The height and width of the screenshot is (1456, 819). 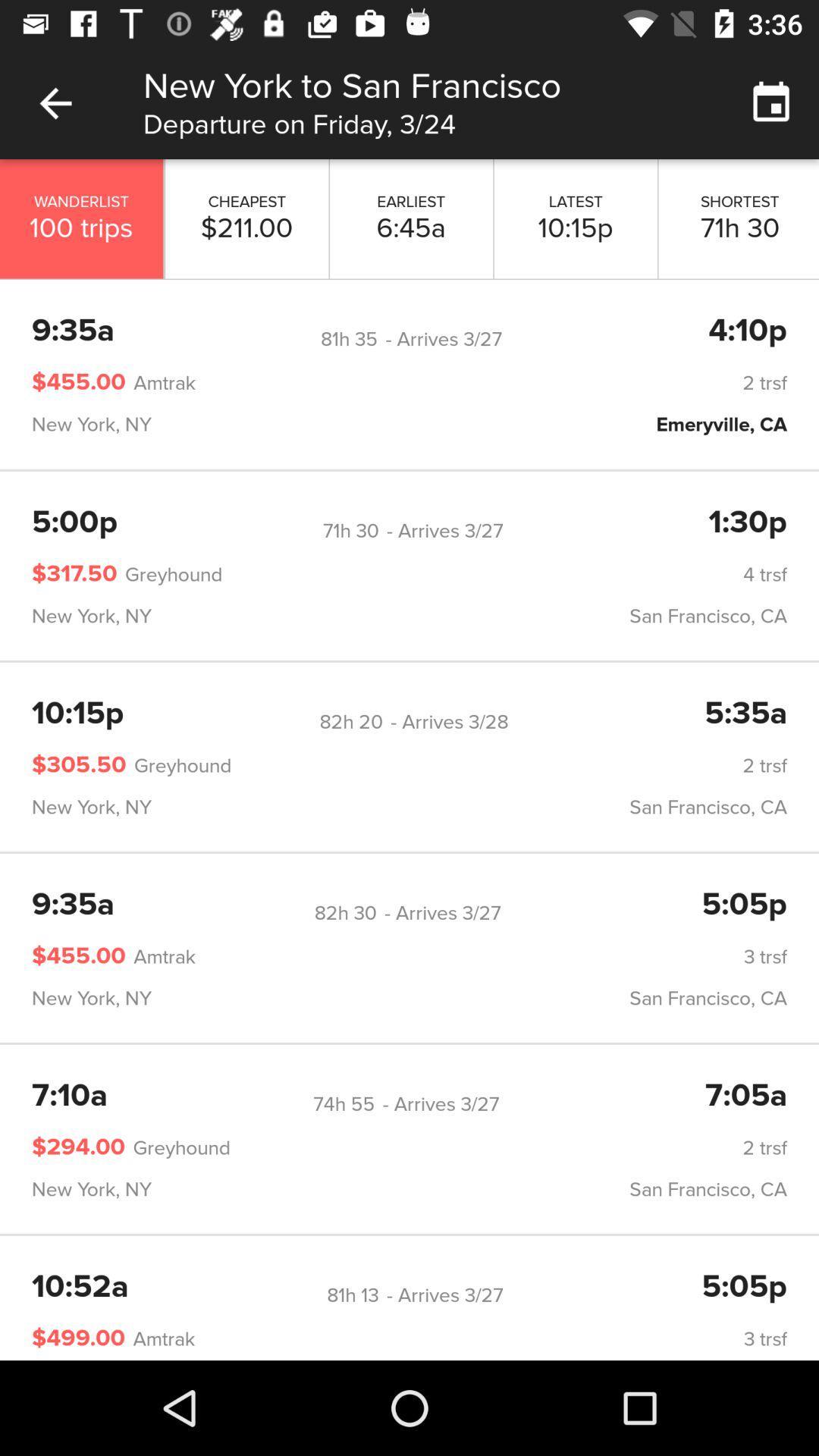 What do you see at coordinates (55, 102) in the screenshot?
I see `icon above wanderlist` at bounding box center [55, 102].